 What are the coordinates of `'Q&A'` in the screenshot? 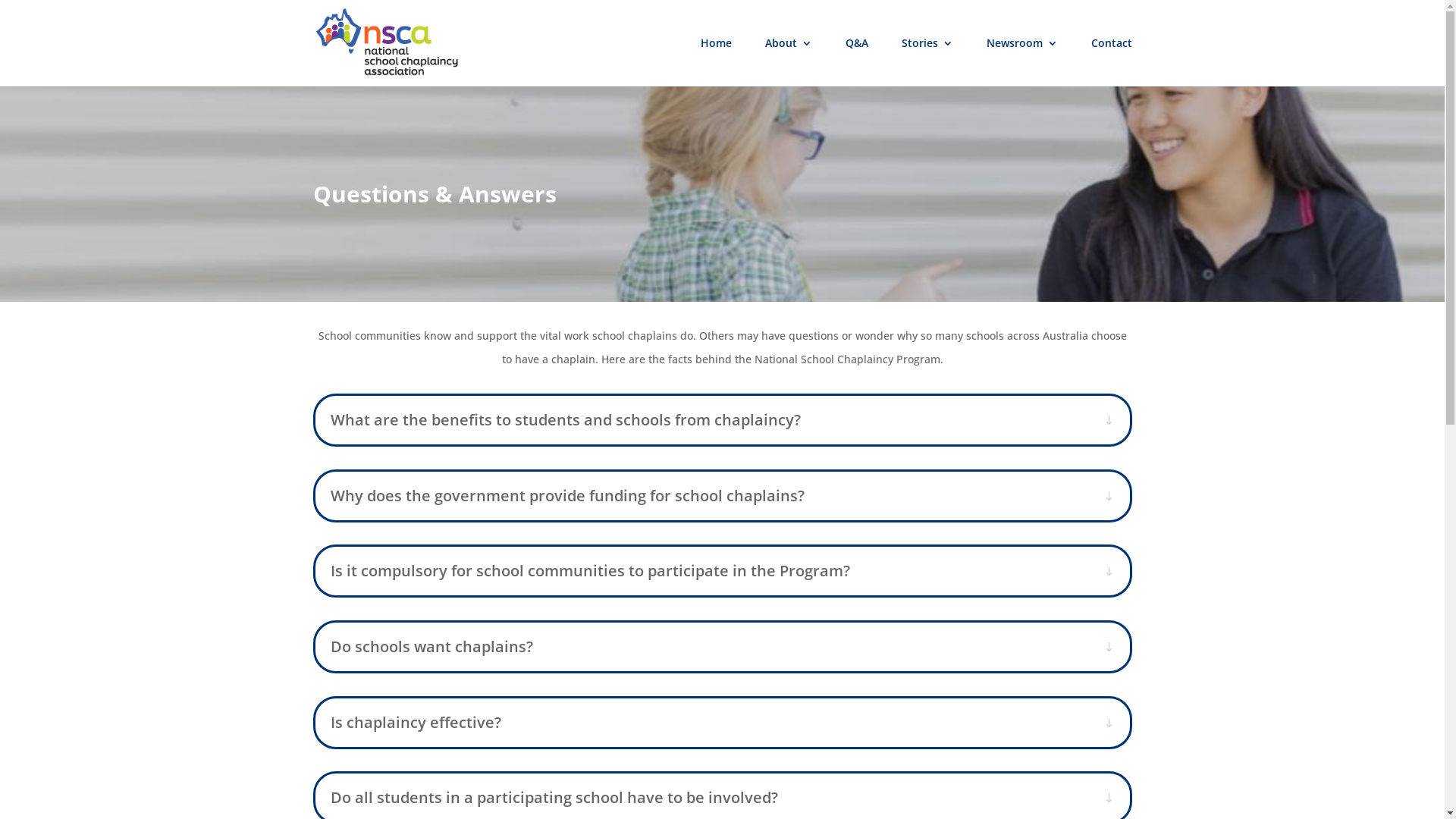 It's located at (855, 61).